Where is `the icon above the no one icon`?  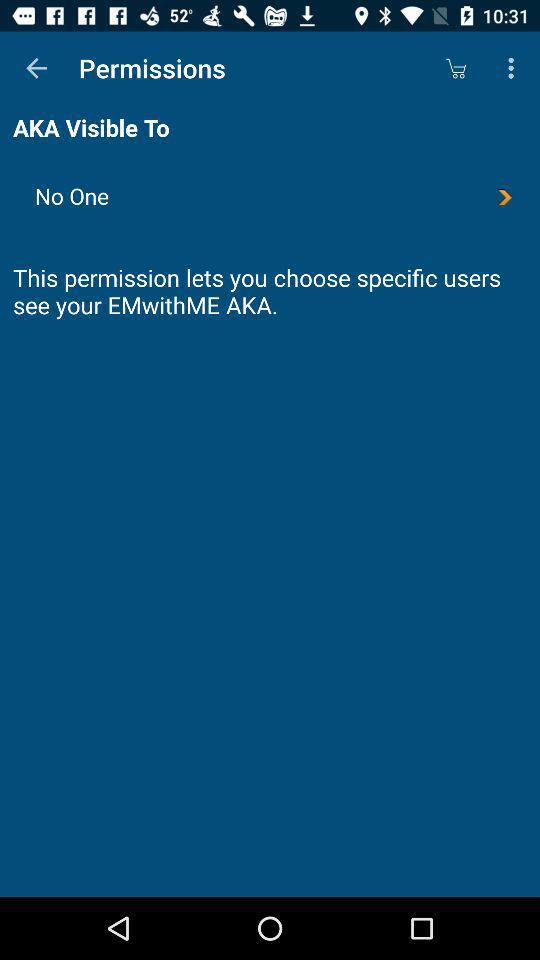 the icon above the no one icon is located at coordinates (455, 68).